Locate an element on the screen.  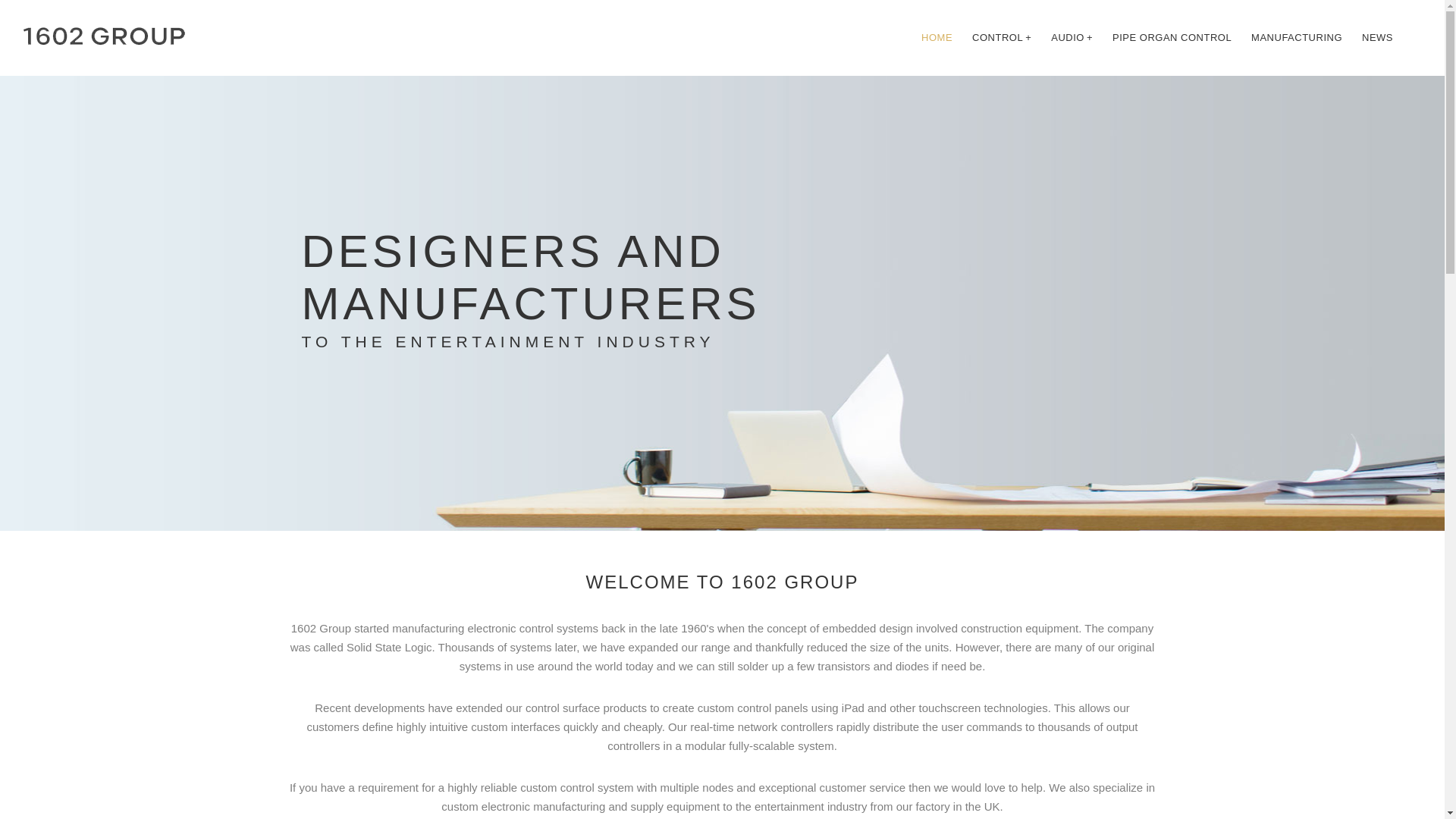
'MANUFACTURING' is located at coordinates (1295, 37).